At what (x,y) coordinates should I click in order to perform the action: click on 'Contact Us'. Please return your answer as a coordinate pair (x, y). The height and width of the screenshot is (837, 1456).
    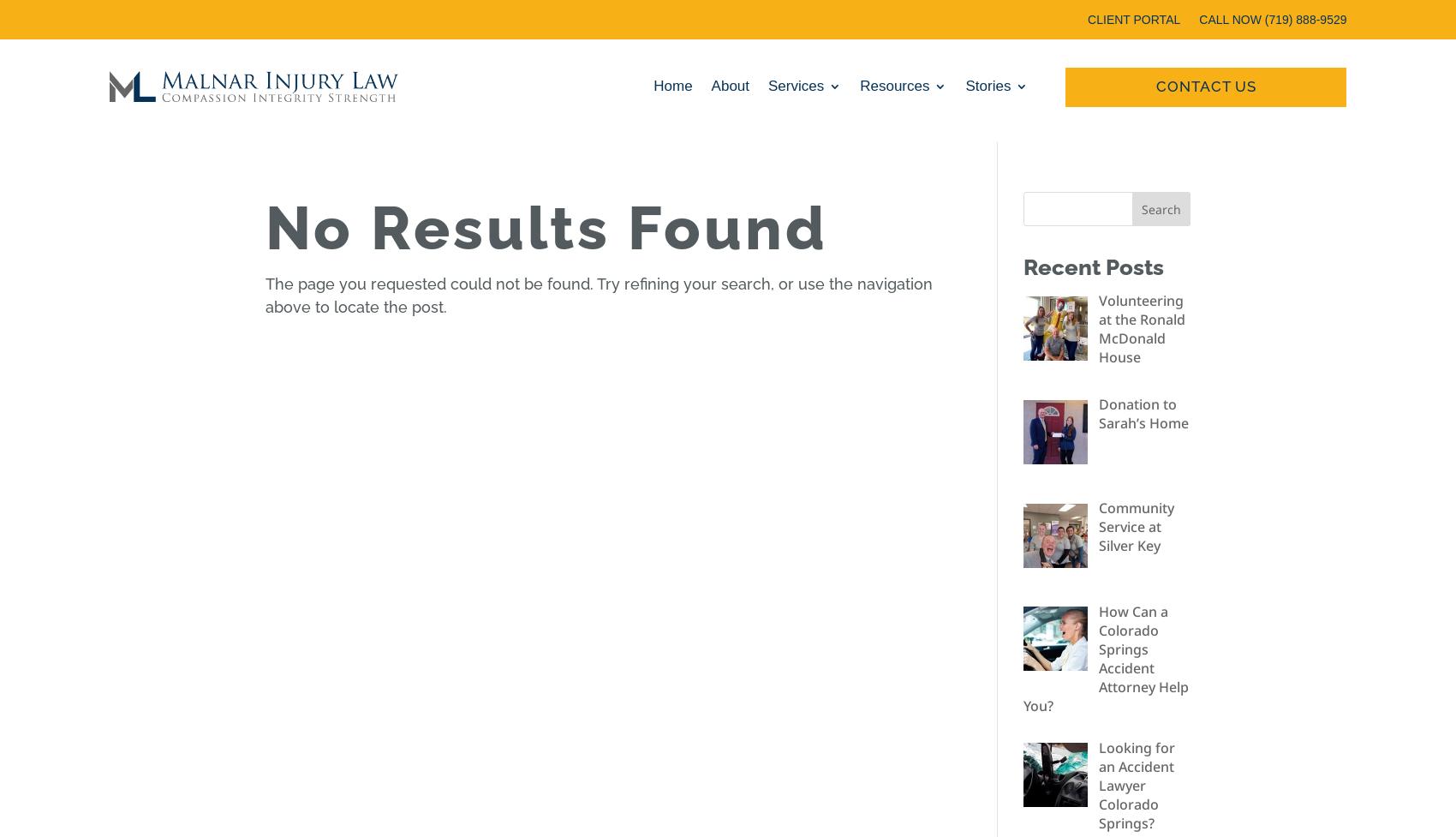
    Looking at the image, I should click on (1204, 91).